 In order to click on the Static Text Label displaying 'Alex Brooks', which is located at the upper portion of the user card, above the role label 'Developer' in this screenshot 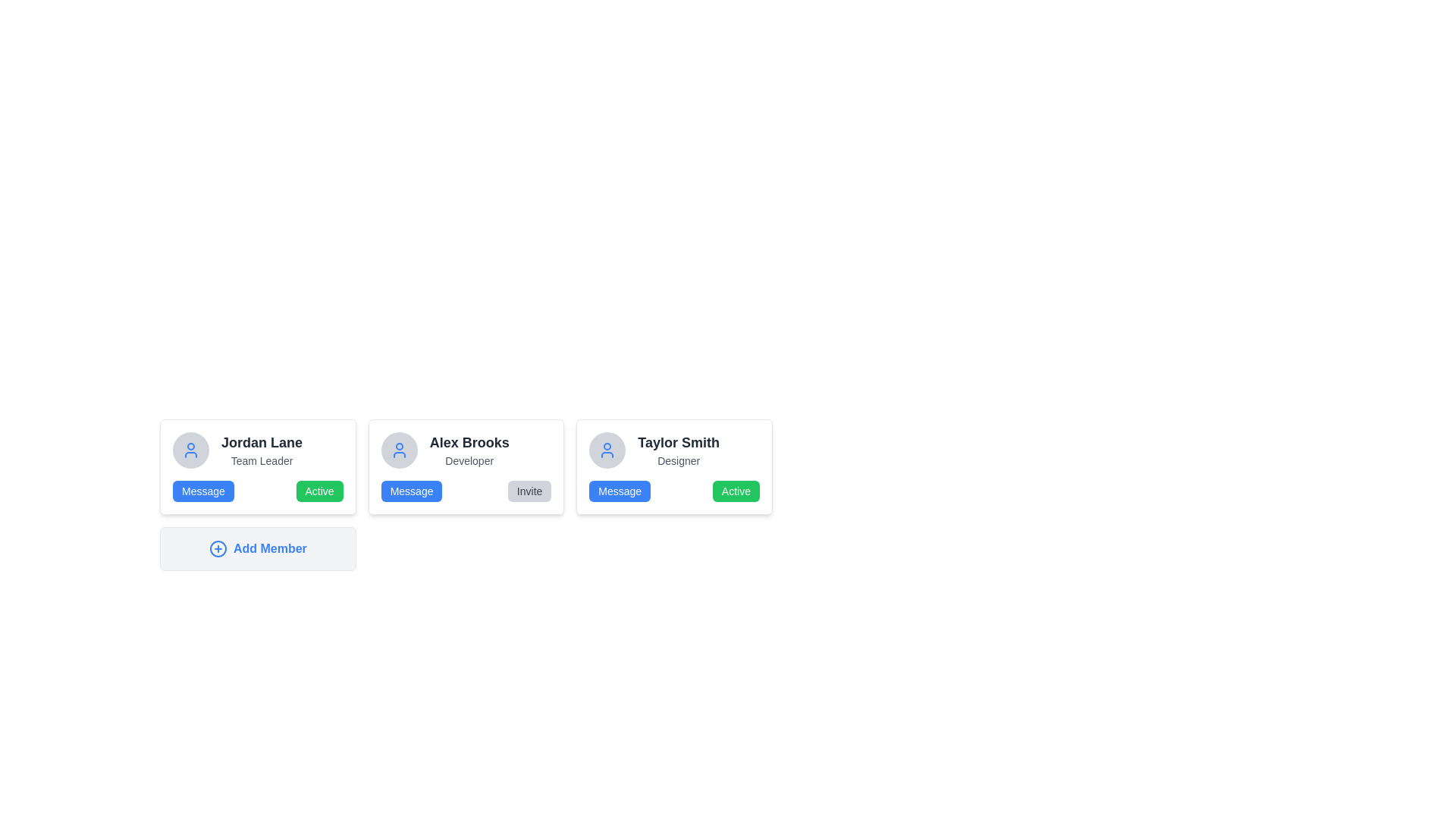, I will do `click(469, 442)`.